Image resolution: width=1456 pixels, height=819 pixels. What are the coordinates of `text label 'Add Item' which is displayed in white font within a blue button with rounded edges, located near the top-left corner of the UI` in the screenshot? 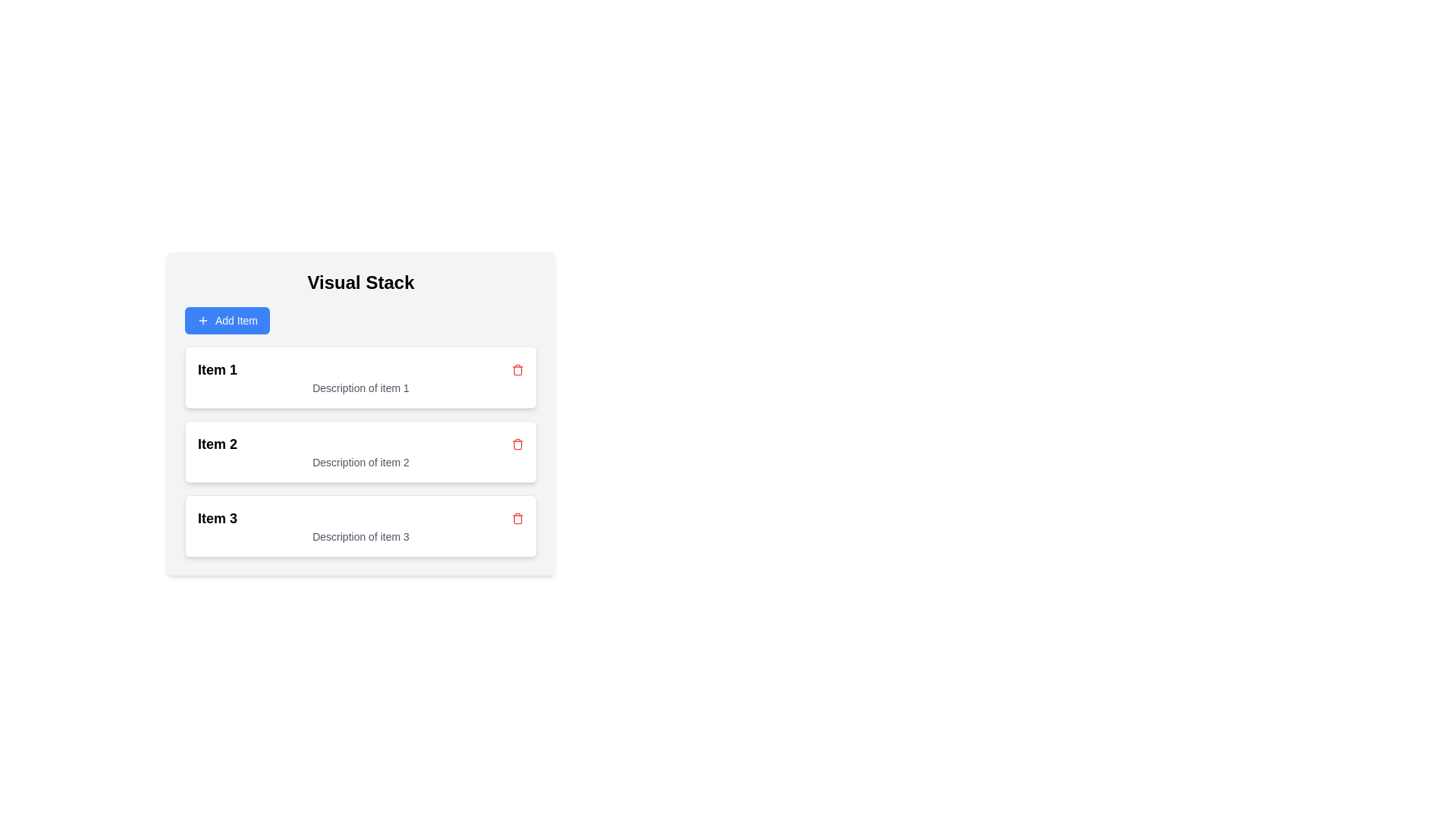 It's located at (236, 320).